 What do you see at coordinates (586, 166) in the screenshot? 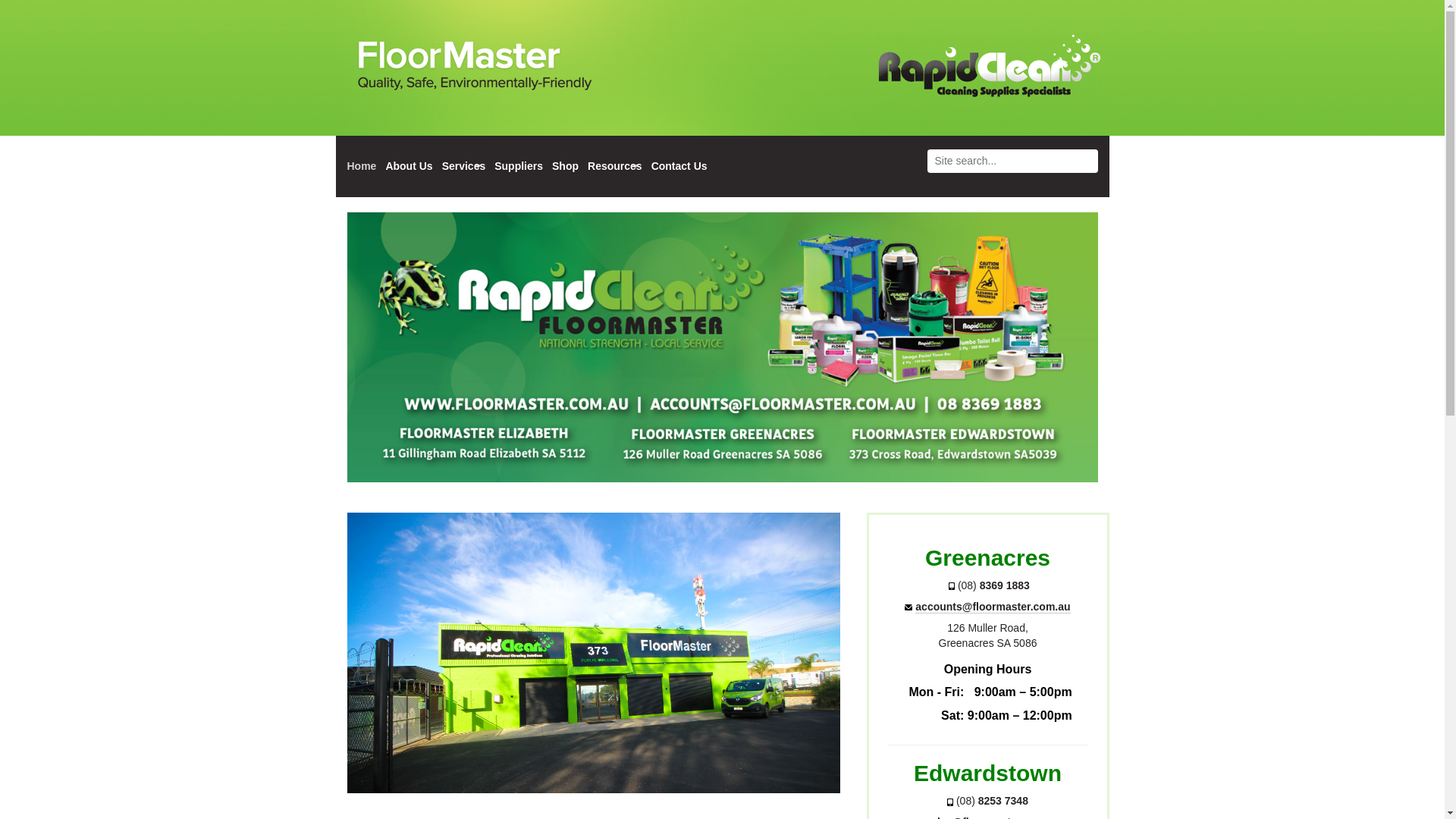
I see `'Resources'` at bounding box center [586, 166].